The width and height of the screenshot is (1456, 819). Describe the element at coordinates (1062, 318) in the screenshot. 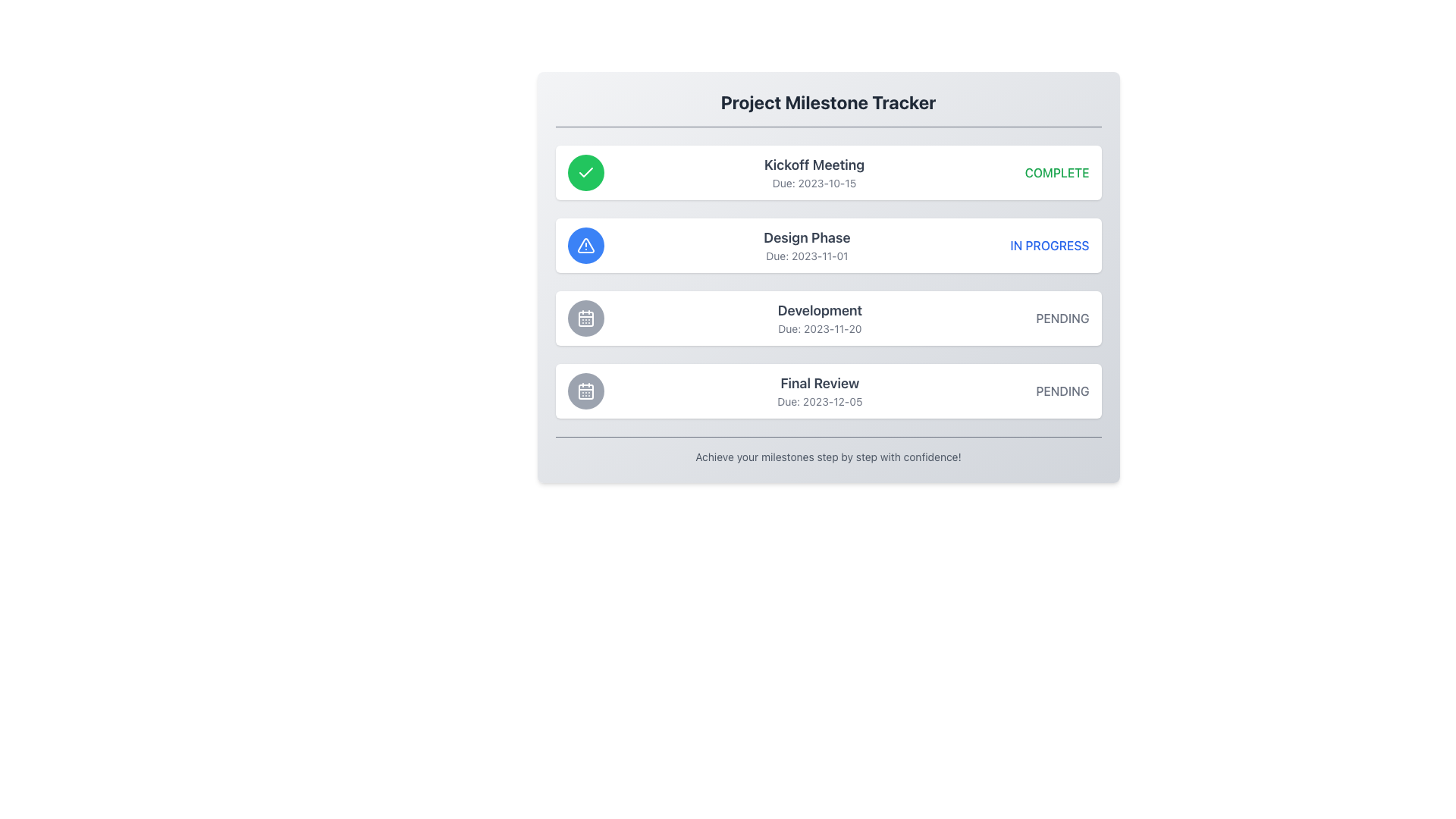

I see `the text label indicating the current status of the 'Development' milestone, which is positioned at the far right end of its row, displaying 'Due: 2023-11-20'` at that location.